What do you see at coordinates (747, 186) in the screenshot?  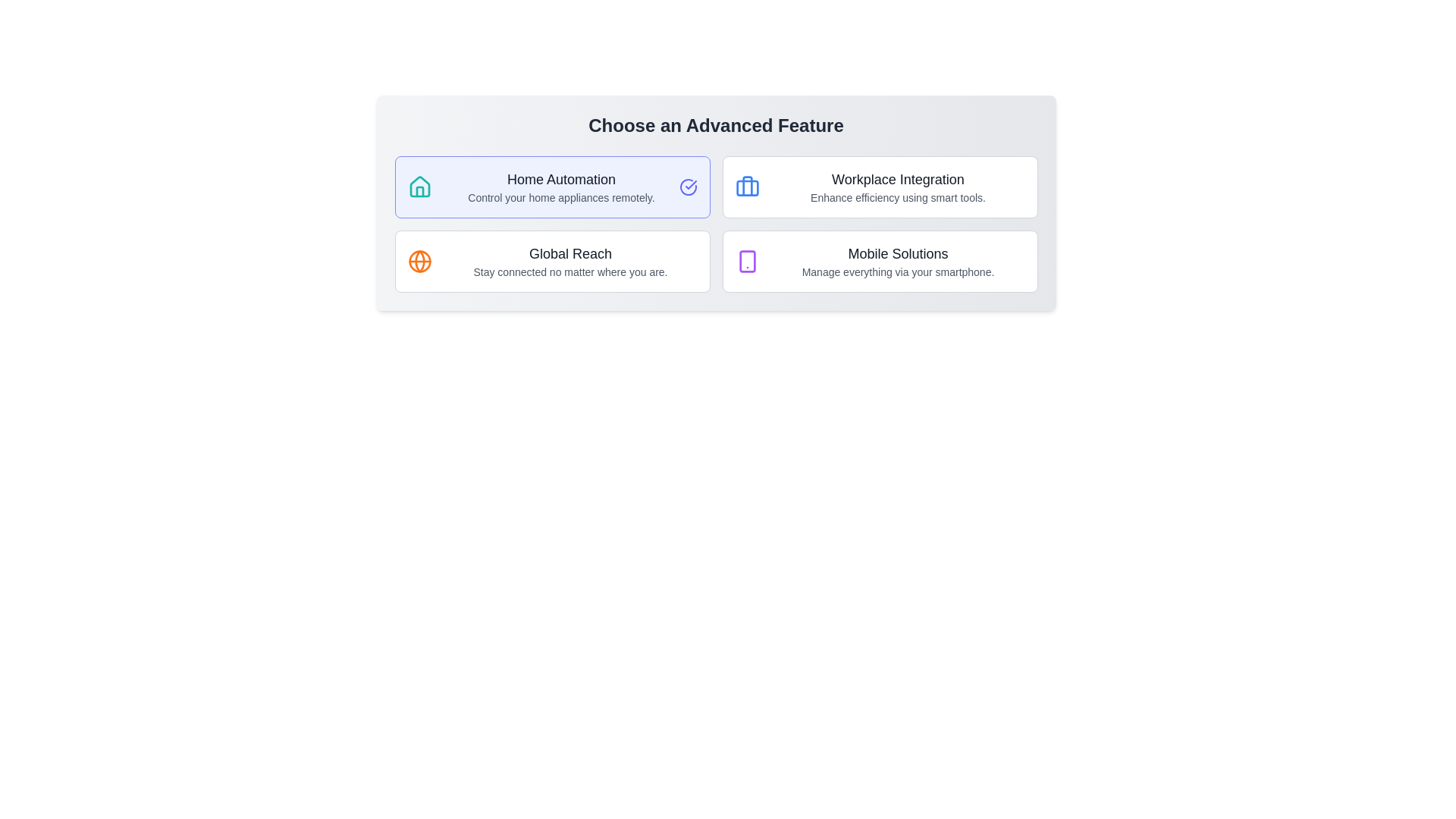 I see `the blue suitcase icon located in the card labeled 'Workplace Integration', positioned at the top-left corner beside the text and description of the feature` at bounding box center [747, 186].